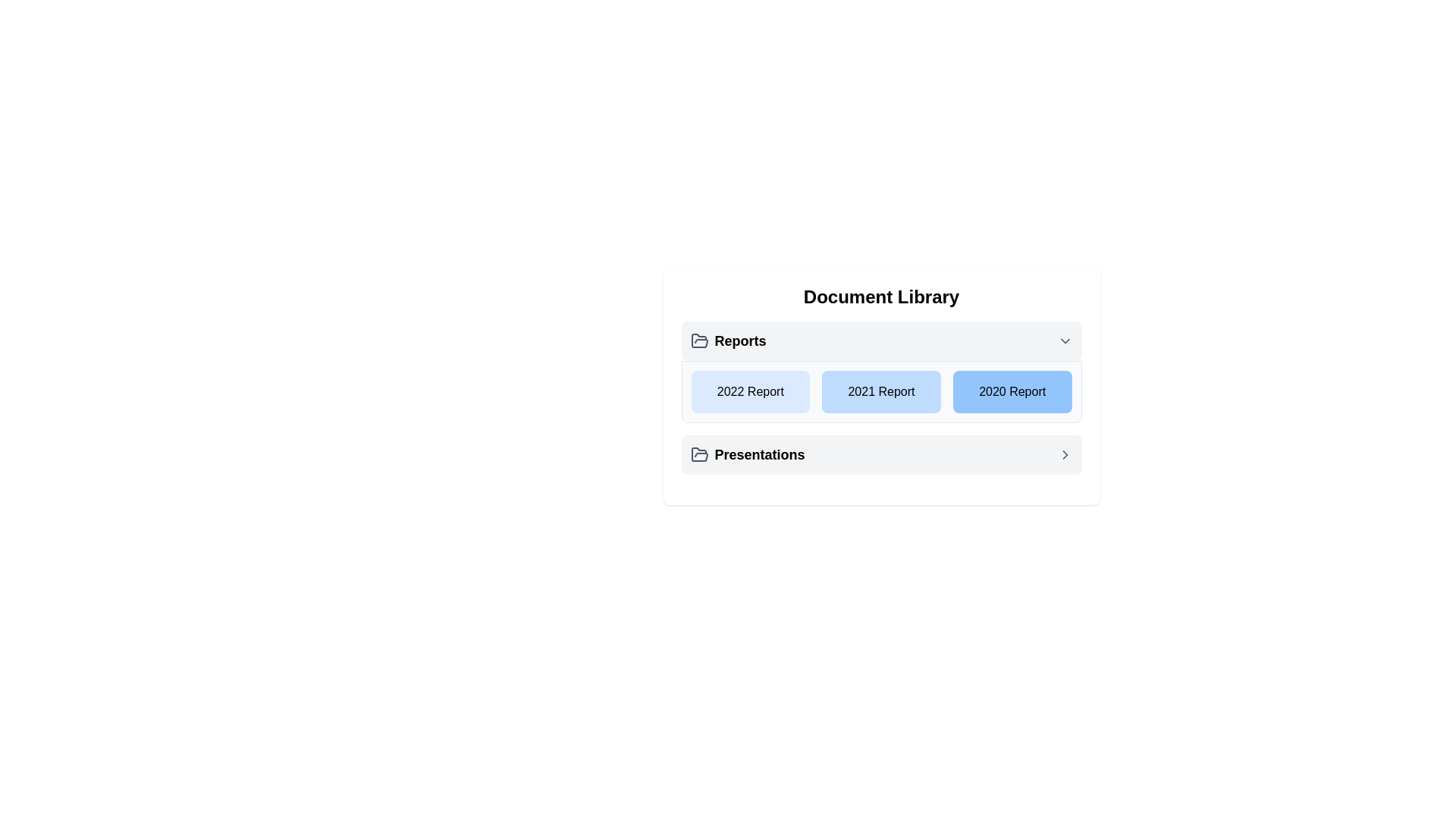 This screenshot has height=819, width=1456. Describe the element at coordinates (1012, 391) in the screenshot. I see `the static label displaying the text '2020 Report', which is the third button under the 'Reports' heading in the 'Document Library' interface` at that location.